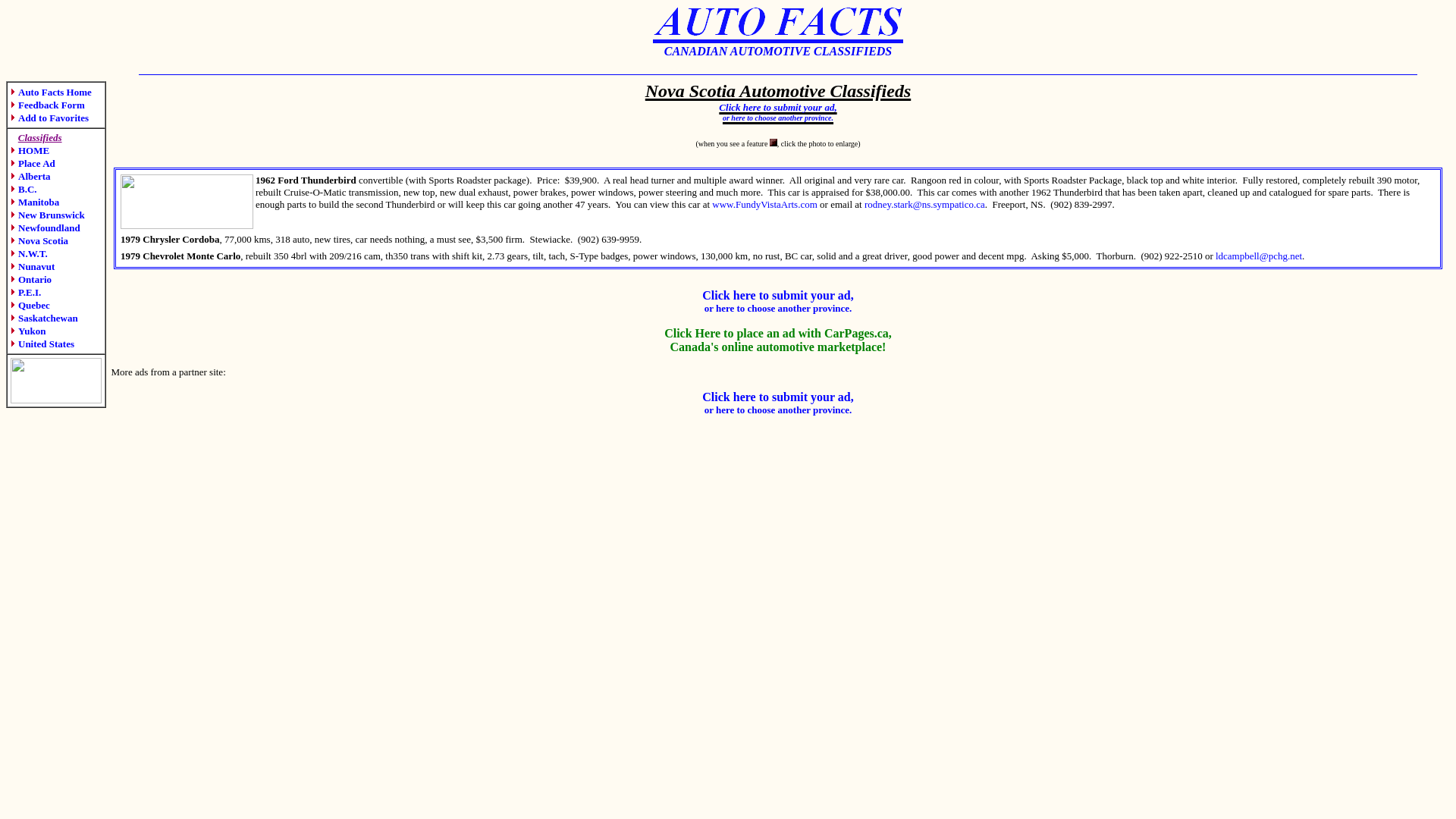 This screenshot has height=819, width=1456. Describe the element at coordinates (30, 150) in the screenshot. I see `'HOME'` at that location.